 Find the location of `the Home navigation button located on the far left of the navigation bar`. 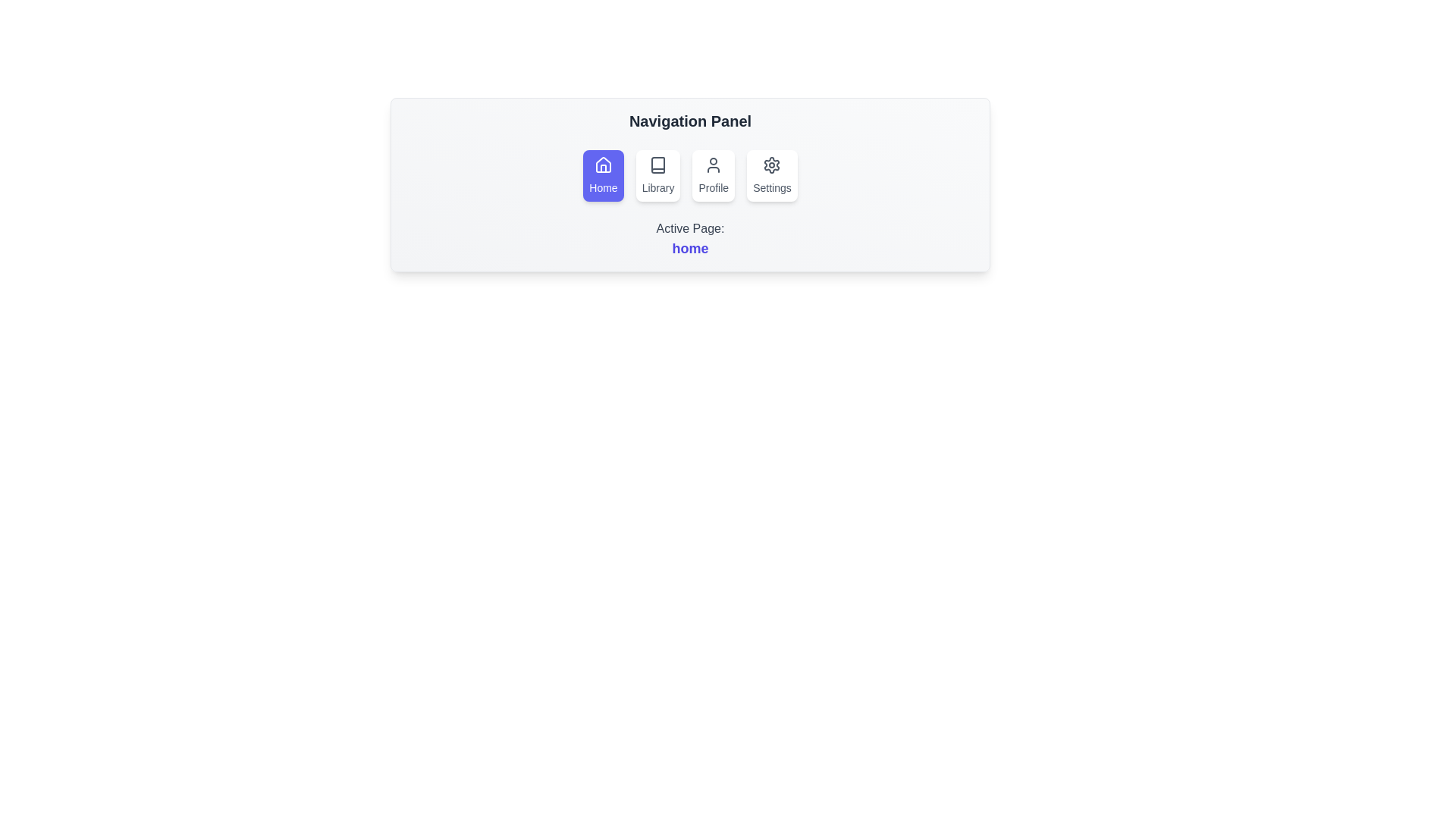

the Home navigation button located on the far left of the navigation bar is located at coordinates (603, 174).